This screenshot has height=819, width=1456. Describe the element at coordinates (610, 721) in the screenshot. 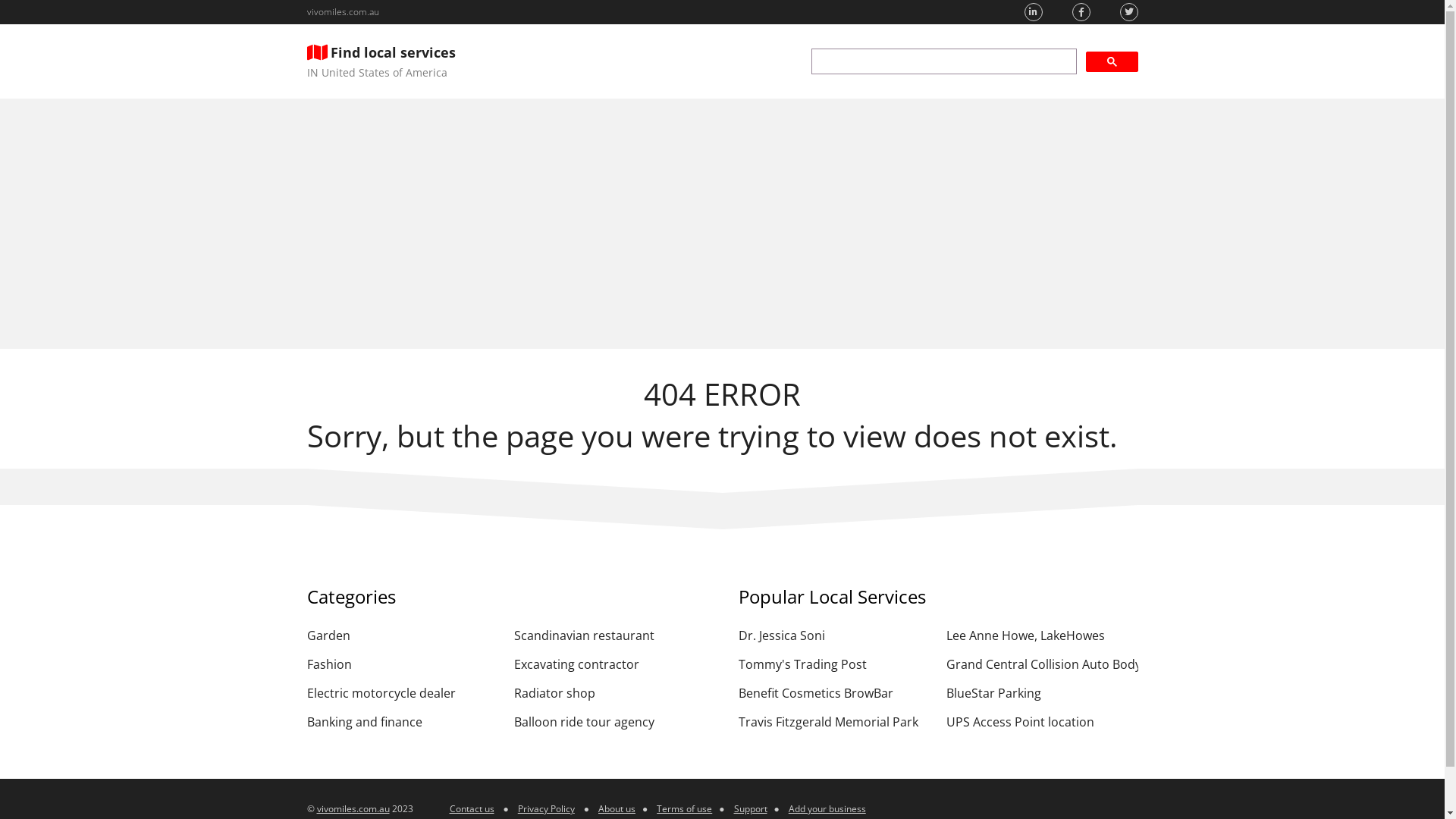

I see `'Balloon ride tour agency'` at that location.